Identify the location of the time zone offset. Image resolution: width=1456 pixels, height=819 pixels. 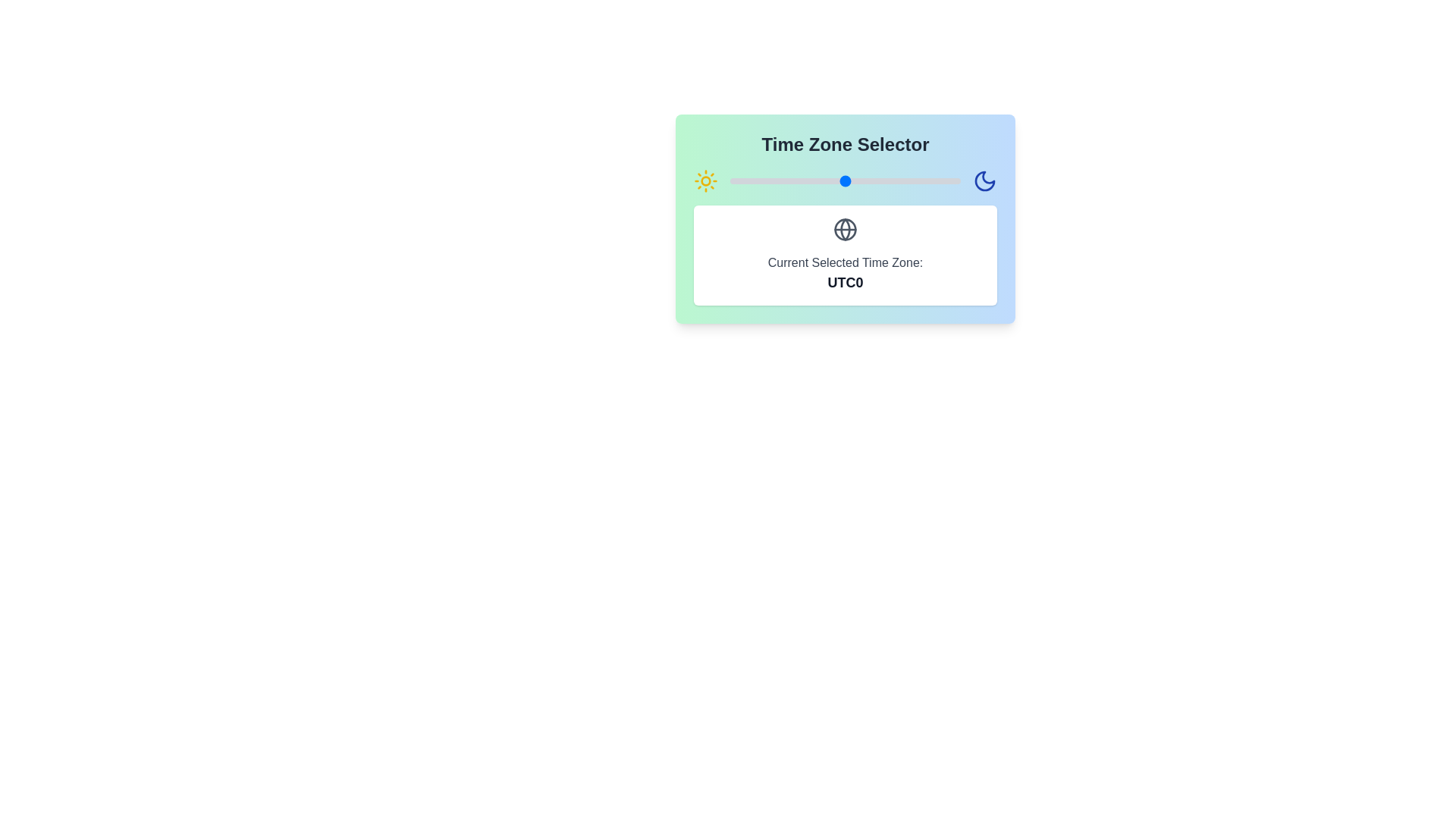
(893, 180).